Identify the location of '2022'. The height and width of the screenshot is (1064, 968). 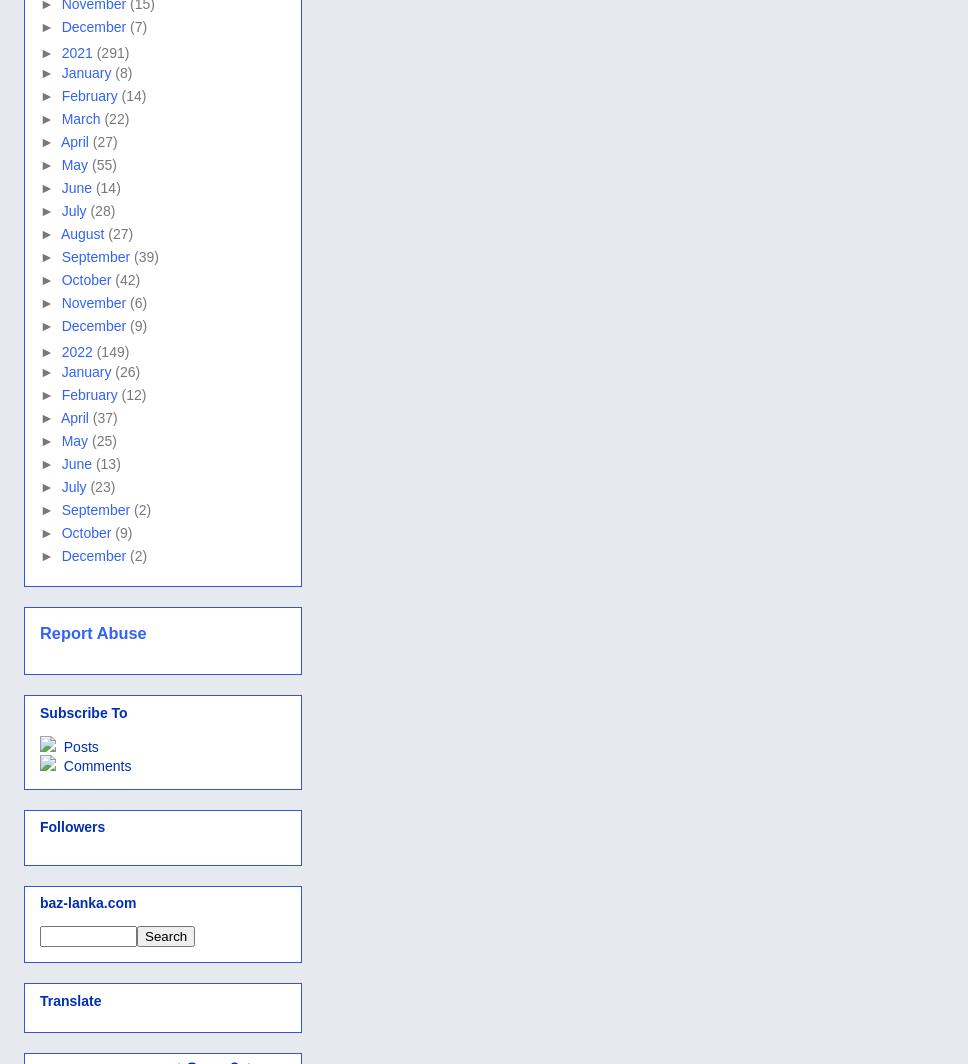
(77, 351).